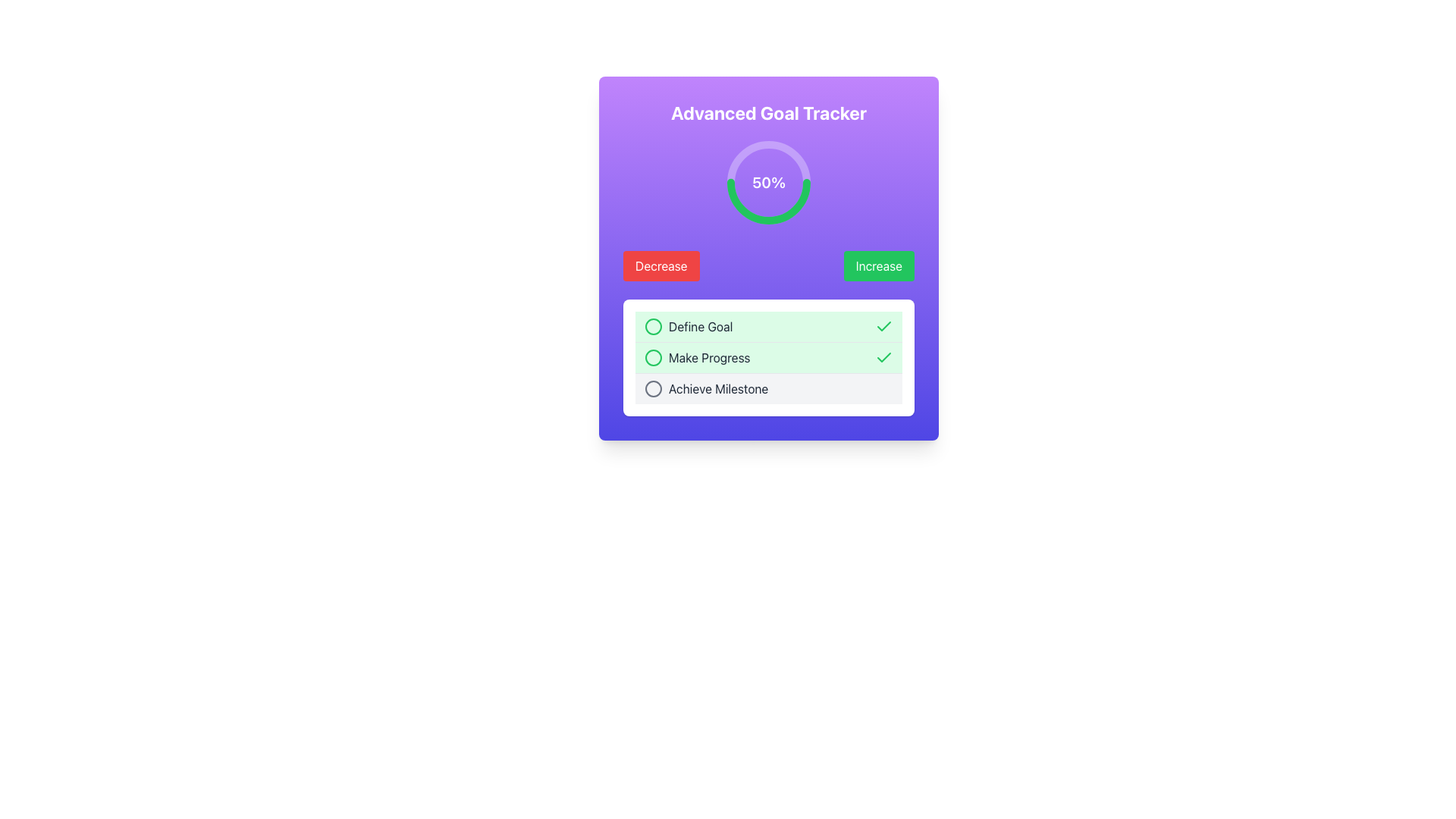  What do you see at coordinates (661, 265) in the screenshot?
I see `the leftmost rectangular button with a red background and white text that reads 'Decrease' to decrease the value` at bounding box center [661, 265].